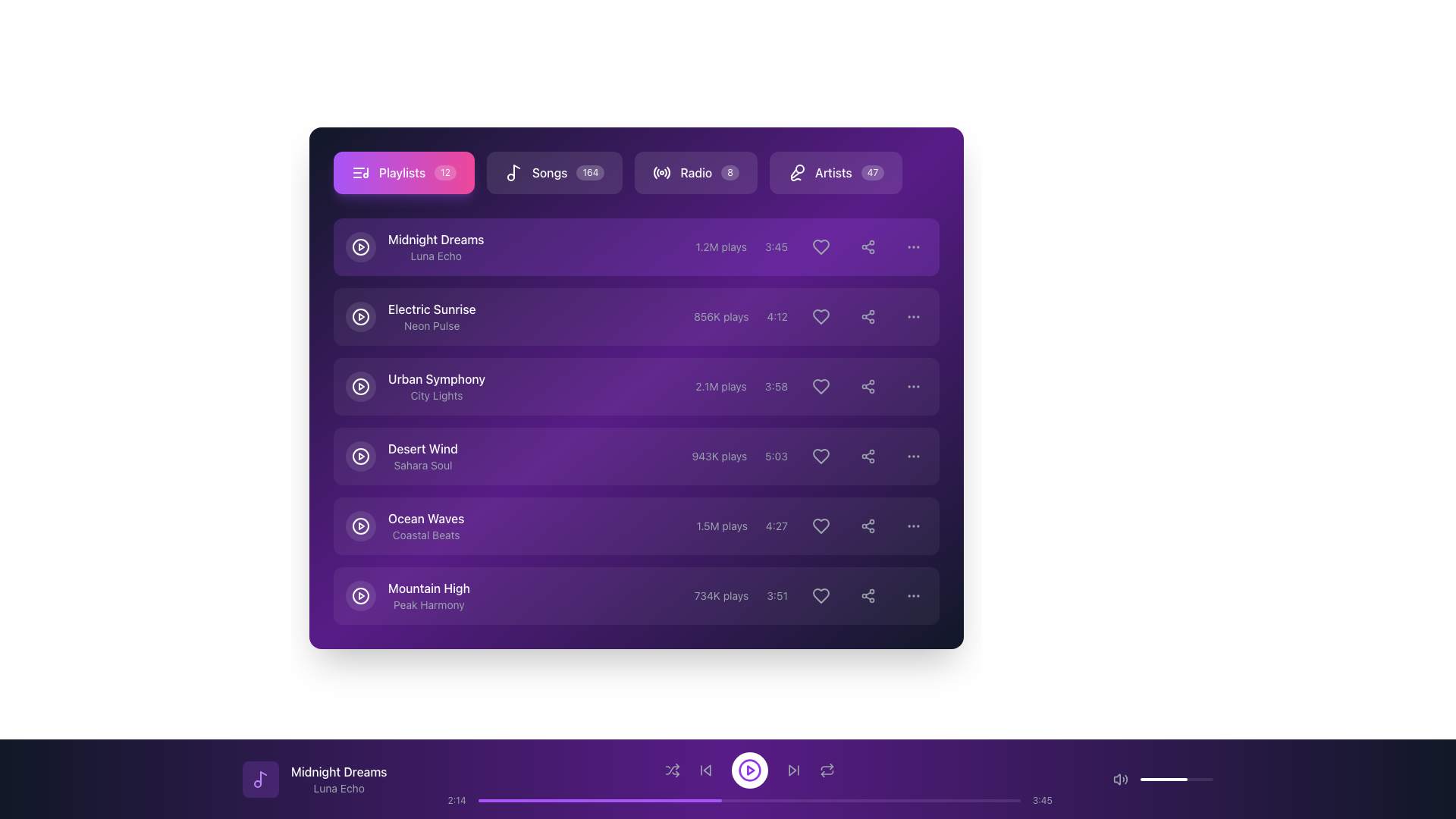  What do you see at coordinates (821, 246) in the screenshot?
I see `the 'favorite' icon button for the song 'Midnight Dreams' located in the first row of the playlist table, positioned on the right side before the options menu` at bounding box center [821, 246].